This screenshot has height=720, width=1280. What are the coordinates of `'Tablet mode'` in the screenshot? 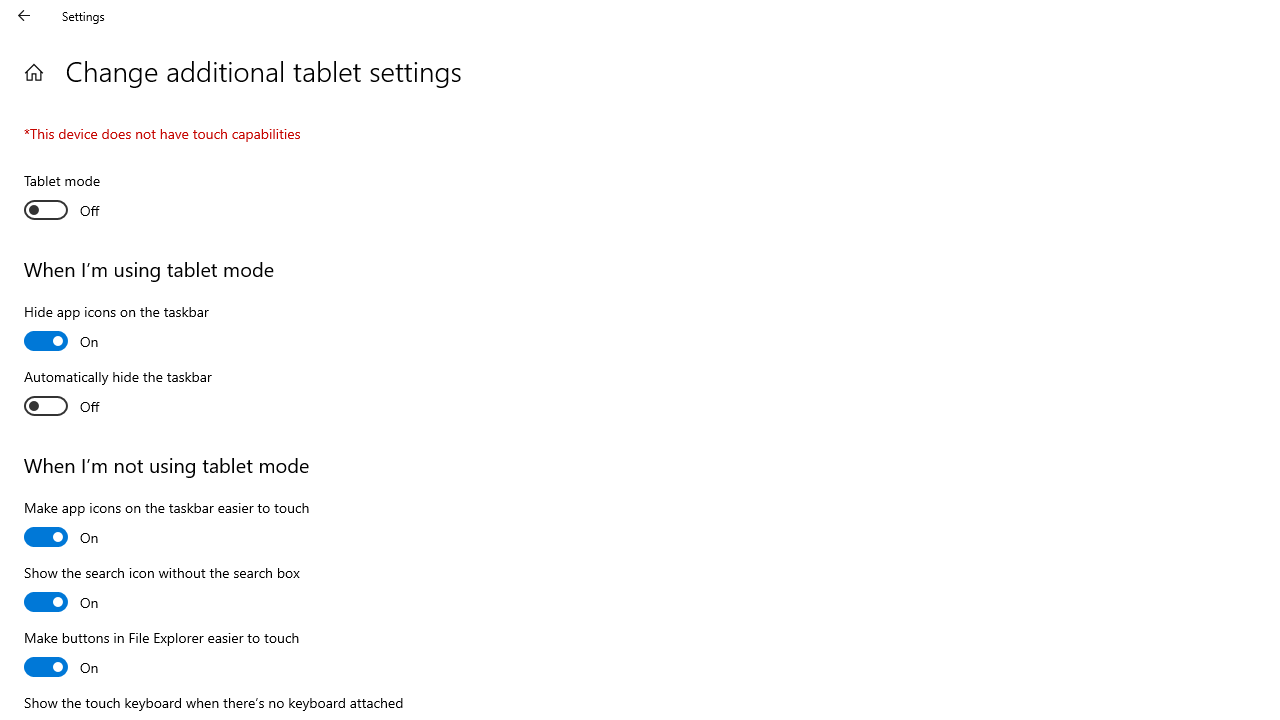 It's located at (96, 198).